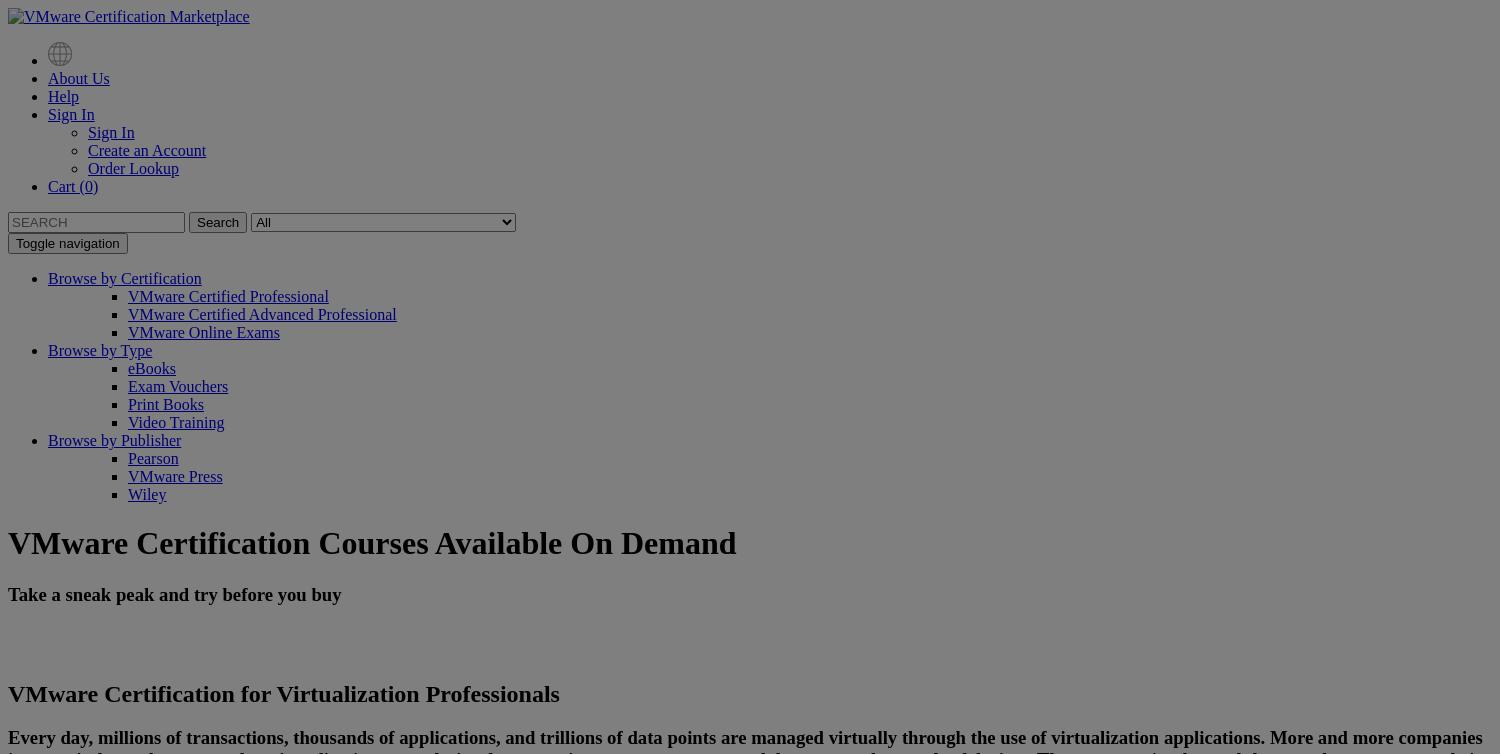 The height and width of the screenshot is (754, 1500). What do you see at coordinates (174, 592) in the screenshot?
I see `'Take a sneak peak and try before you buy'` at bounding box center [174, 592].